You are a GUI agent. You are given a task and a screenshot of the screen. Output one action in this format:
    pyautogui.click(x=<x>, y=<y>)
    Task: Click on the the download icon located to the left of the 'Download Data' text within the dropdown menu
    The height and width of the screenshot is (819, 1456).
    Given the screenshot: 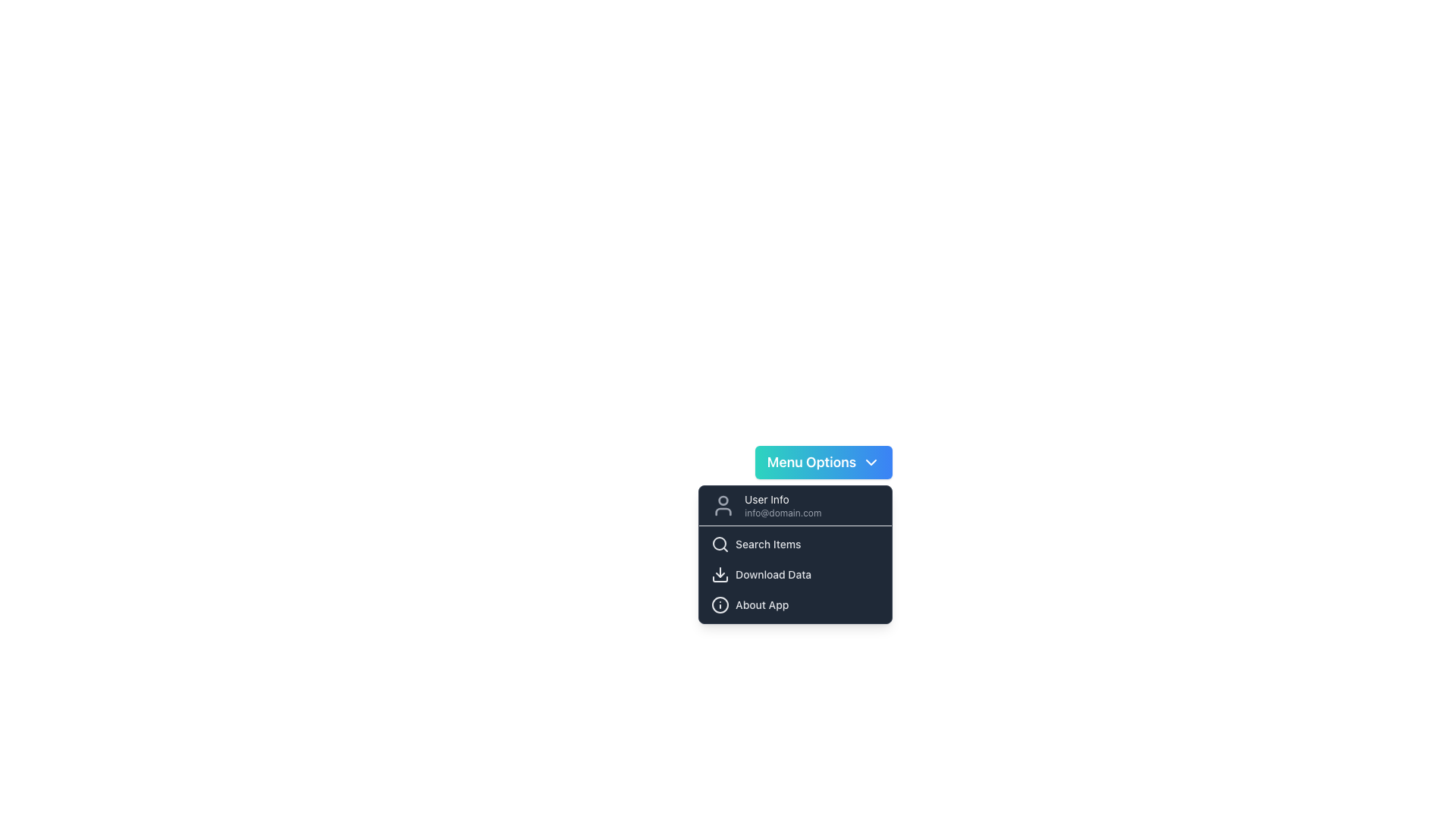 What is the action you would take?
    pyautogui.click(x=720, y=575)
    